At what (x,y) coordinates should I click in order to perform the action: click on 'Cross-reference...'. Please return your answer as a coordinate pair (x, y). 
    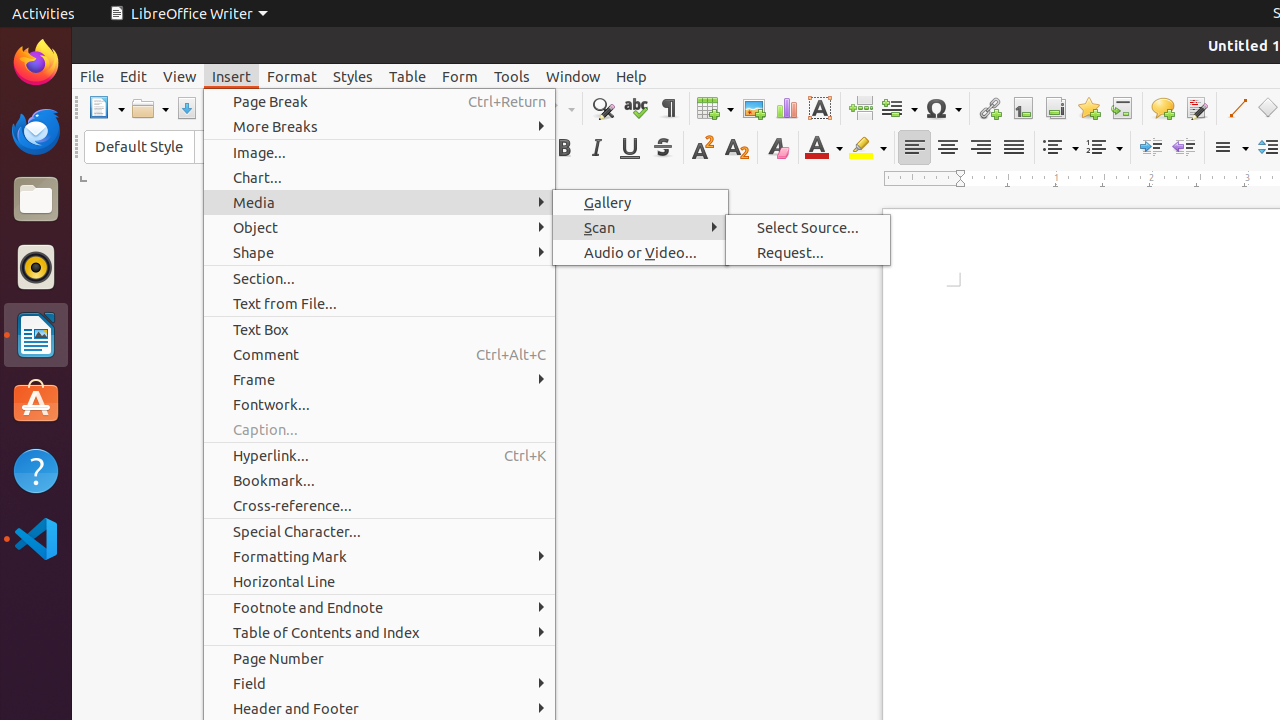
    Looking at the image, I should click on (379, 504).